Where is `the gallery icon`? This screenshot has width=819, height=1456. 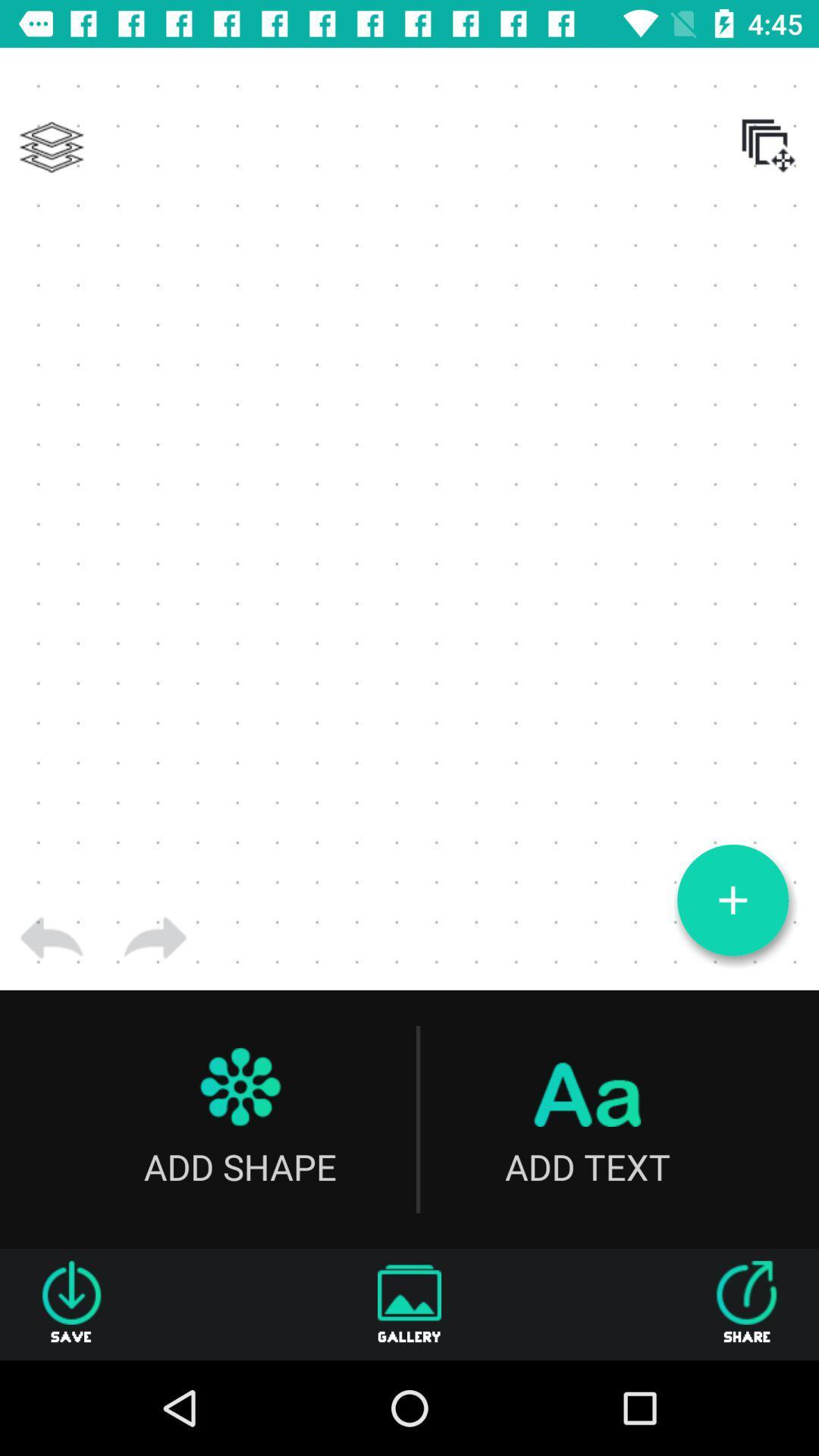 the gallery icon is located at coordinates (409, 1304).